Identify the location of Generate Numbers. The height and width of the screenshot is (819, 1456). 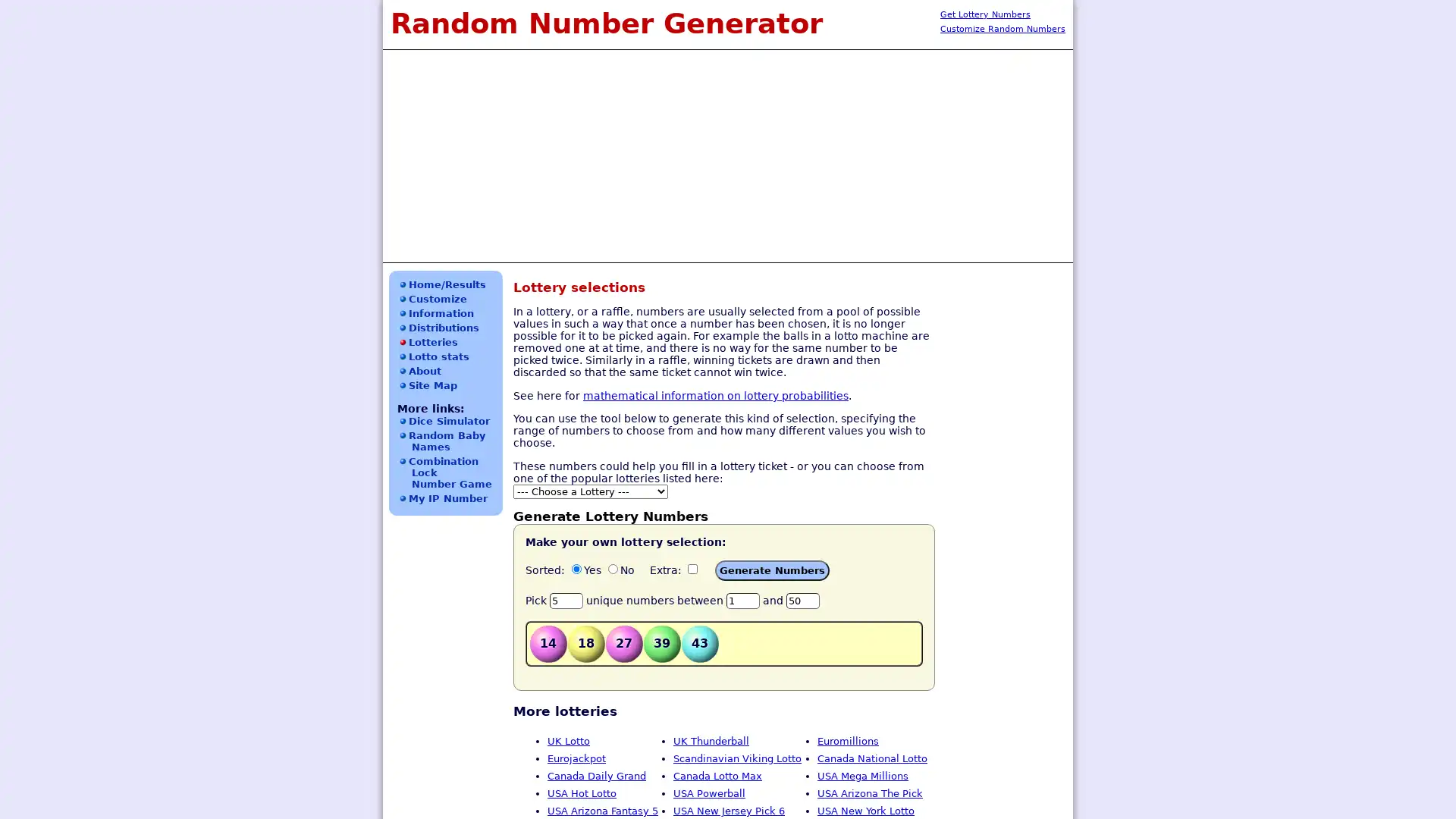
(772, 570).